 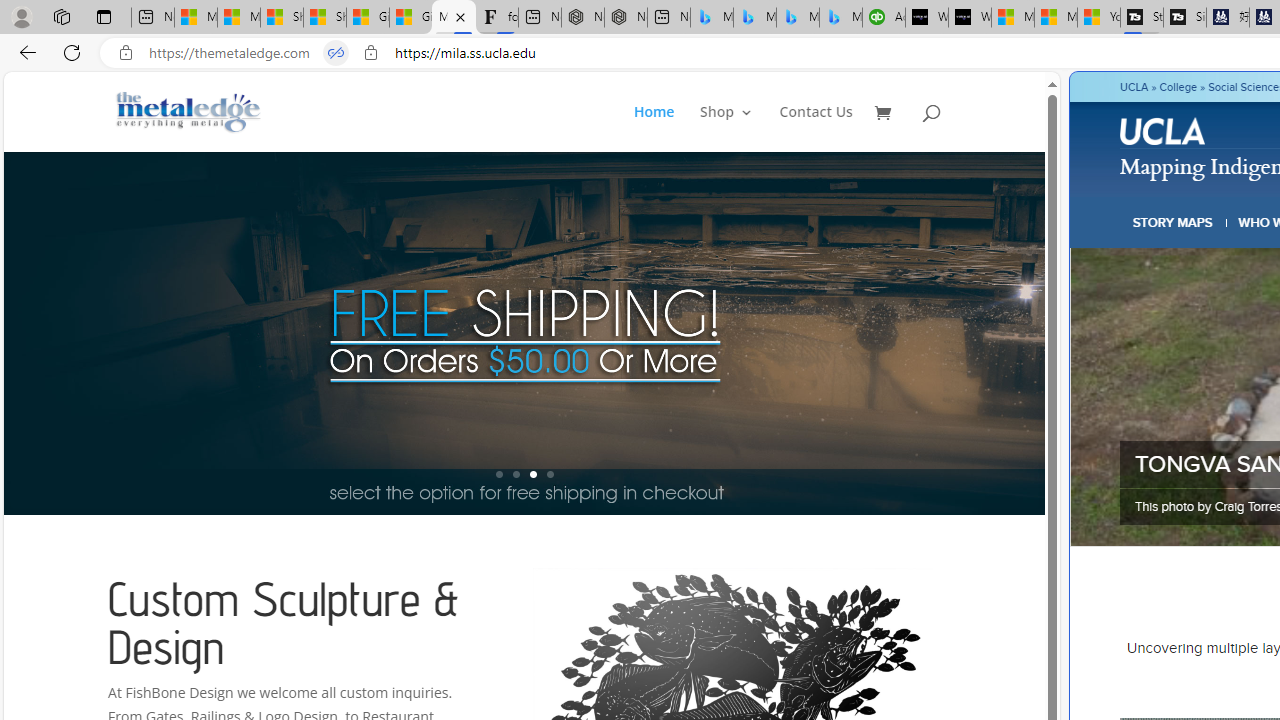 I want to click on 'Contact Us', so click(x=816, y=128).